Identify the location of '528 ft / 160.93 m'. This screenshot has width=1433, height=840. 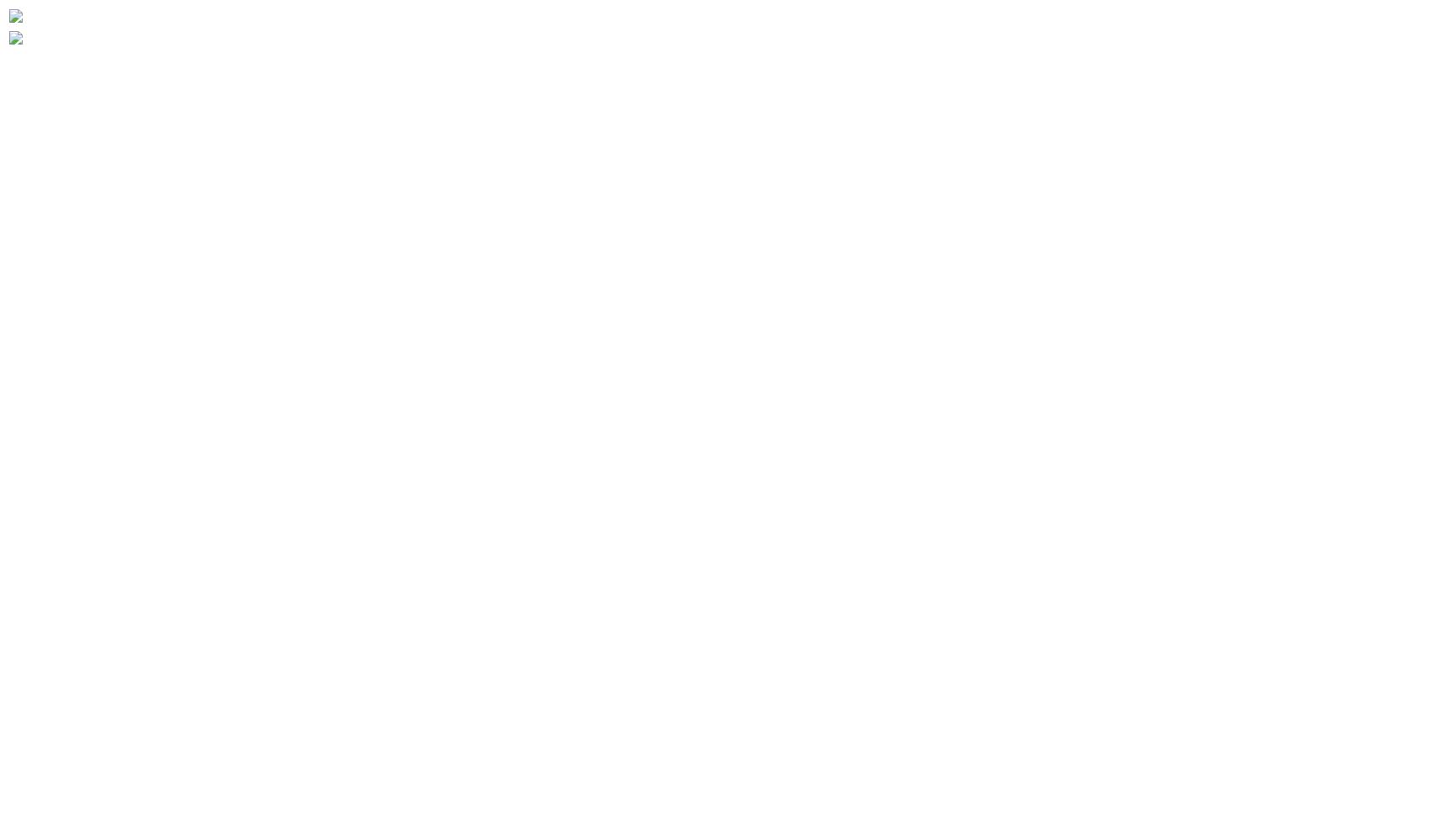
(95, 532).